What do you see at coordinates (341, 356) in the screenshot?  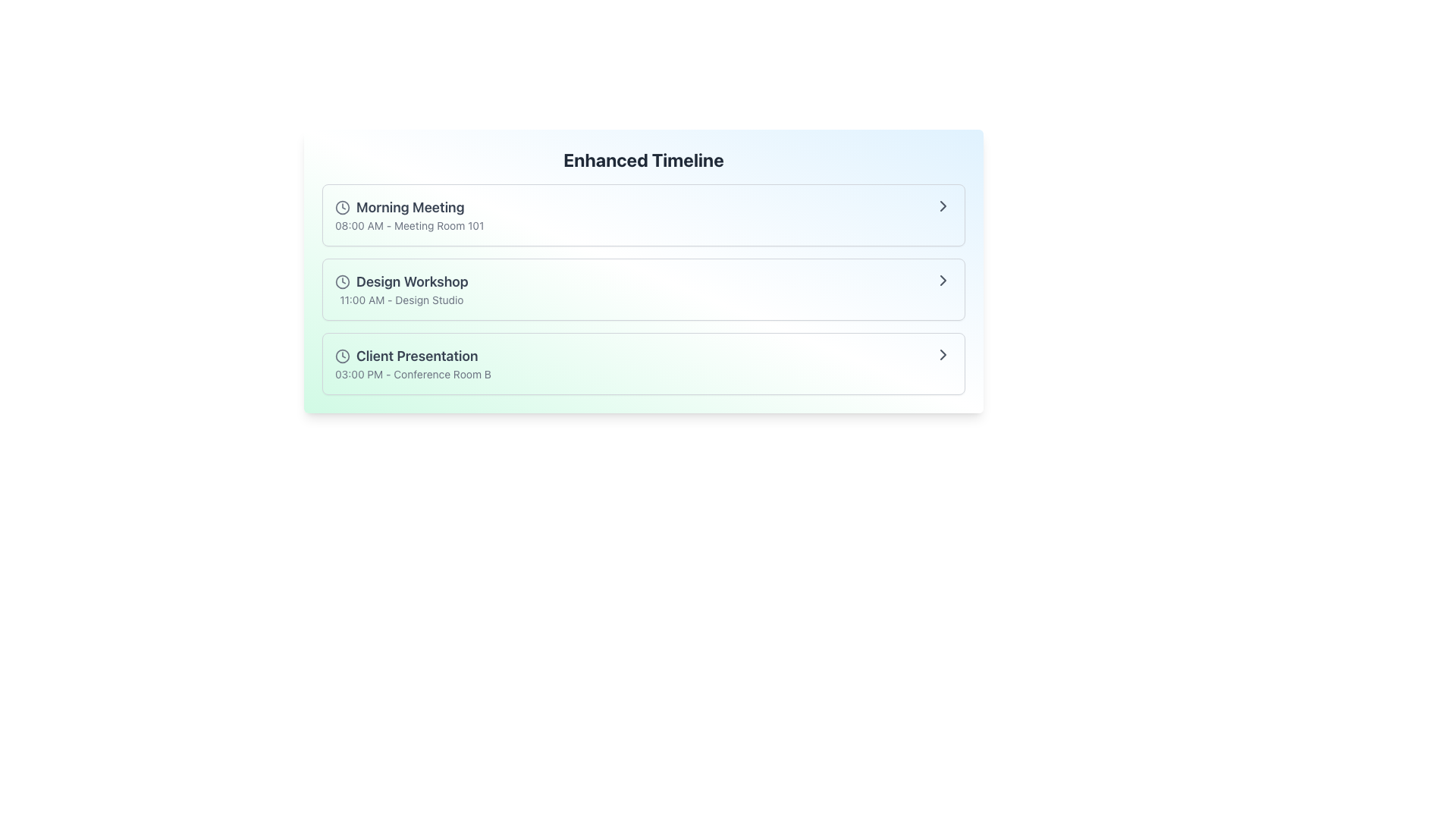 I see `the circular clock icon with a grey border located to the left of the 'Client Presentation' entry in the timeline list` at bounding box center [341, 356].